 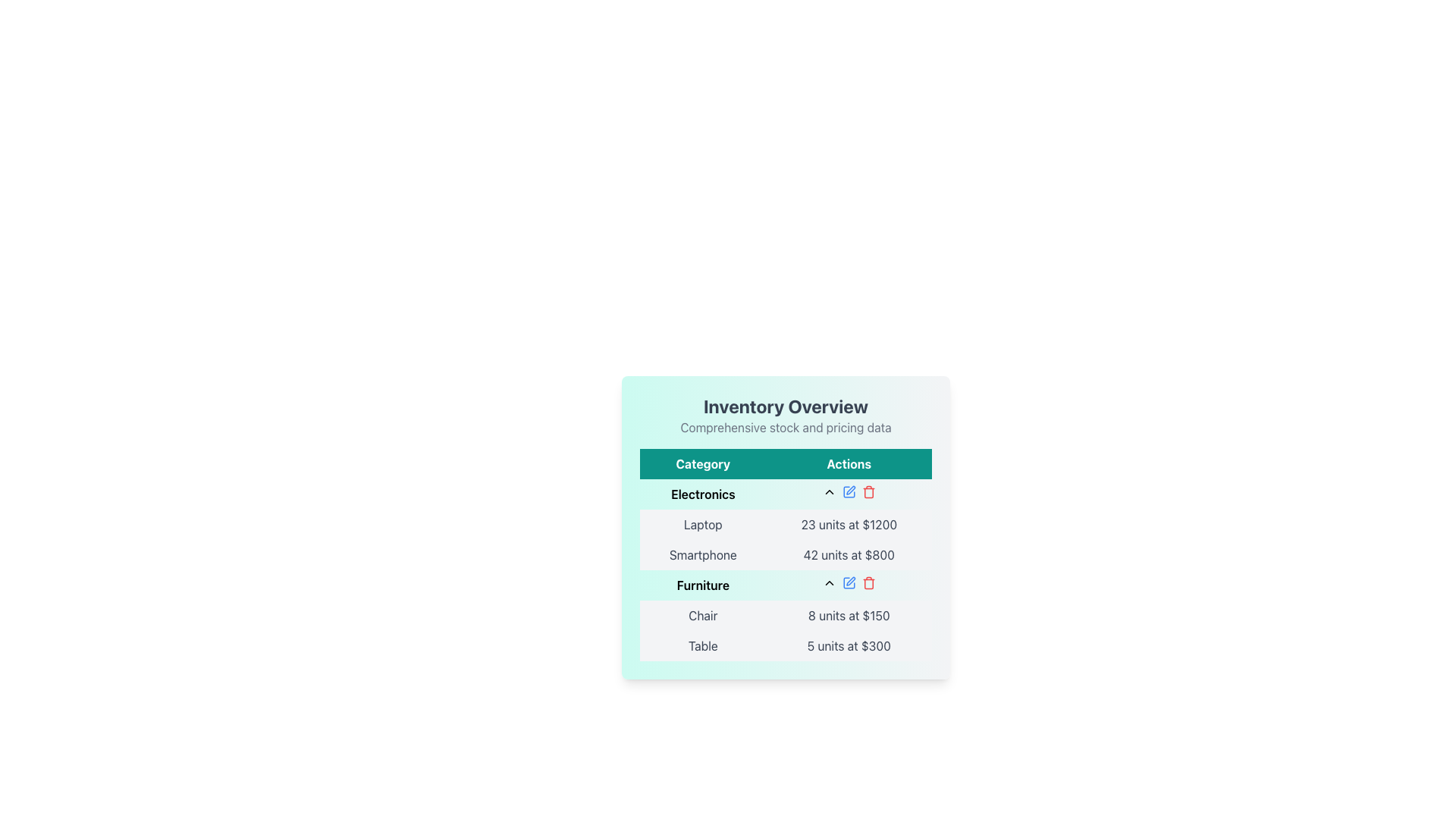 What do you see at coordinates (702, 555) in the screenshot?
I see `the static text label displaying the name of an item category in the second row under the 'Category' column of the 'Inventory Overview' table` at bounding box center [702, 555].